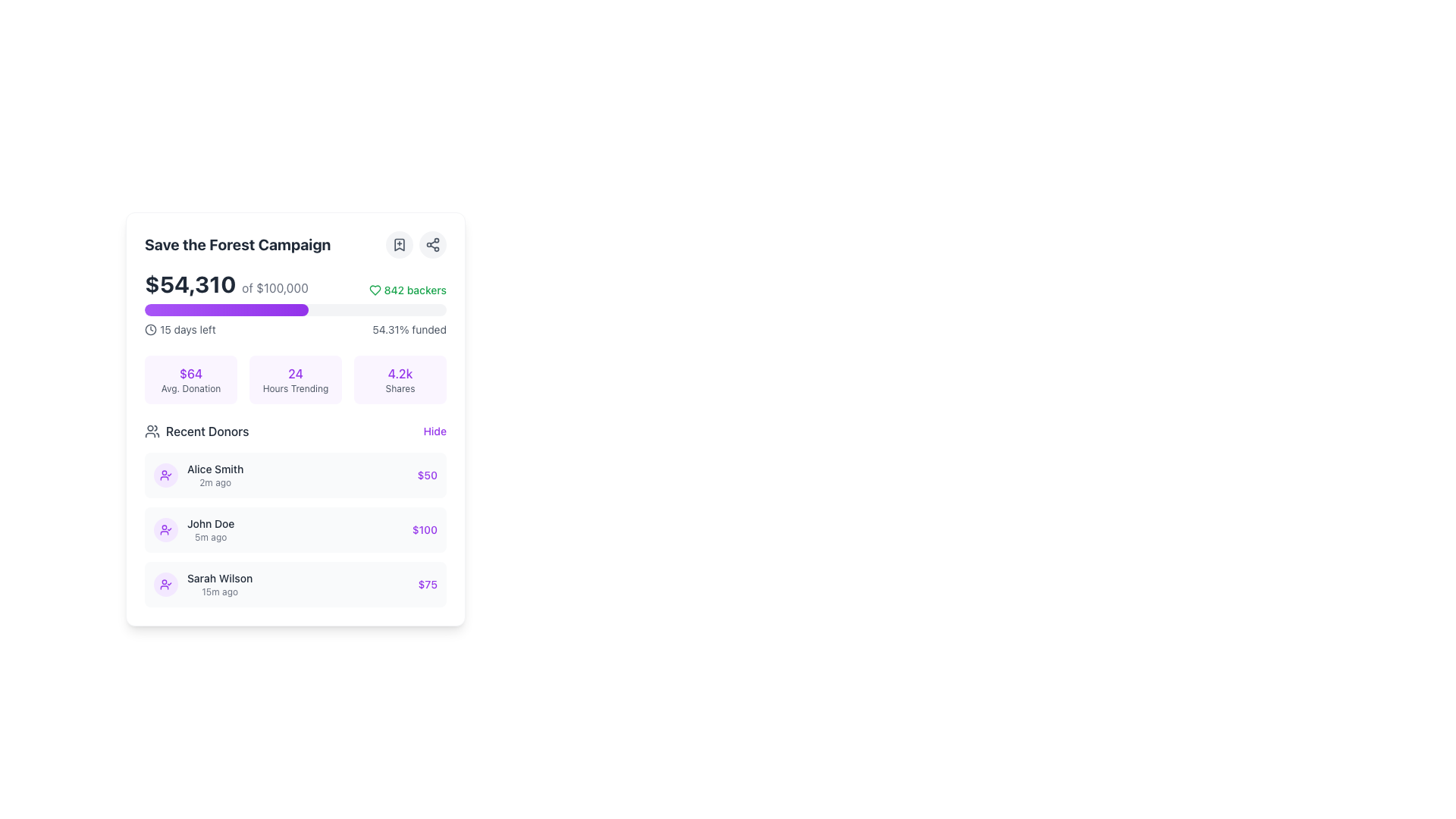 The width and height of the screenshot is (1456, 819). Describe the element at coordinates (400, 244) in the screenshot. I see `the circular button with a bookmark icon, located at the top-right corner of the card` at that location.